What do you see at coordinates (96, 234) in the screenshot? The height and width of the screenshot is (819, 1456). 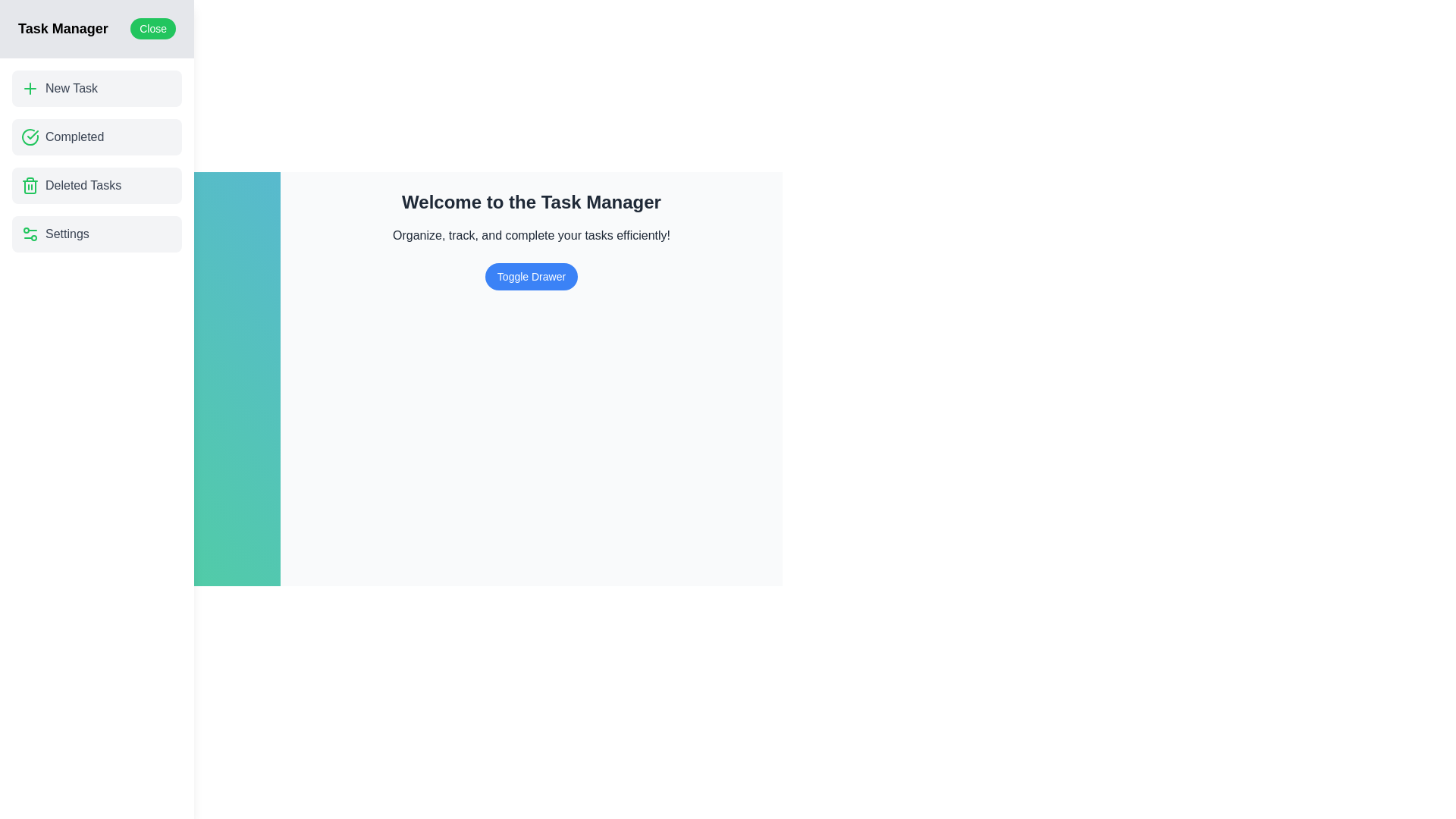 I see `the item Settings from the drawer menu` at bounding box center [96, 234].